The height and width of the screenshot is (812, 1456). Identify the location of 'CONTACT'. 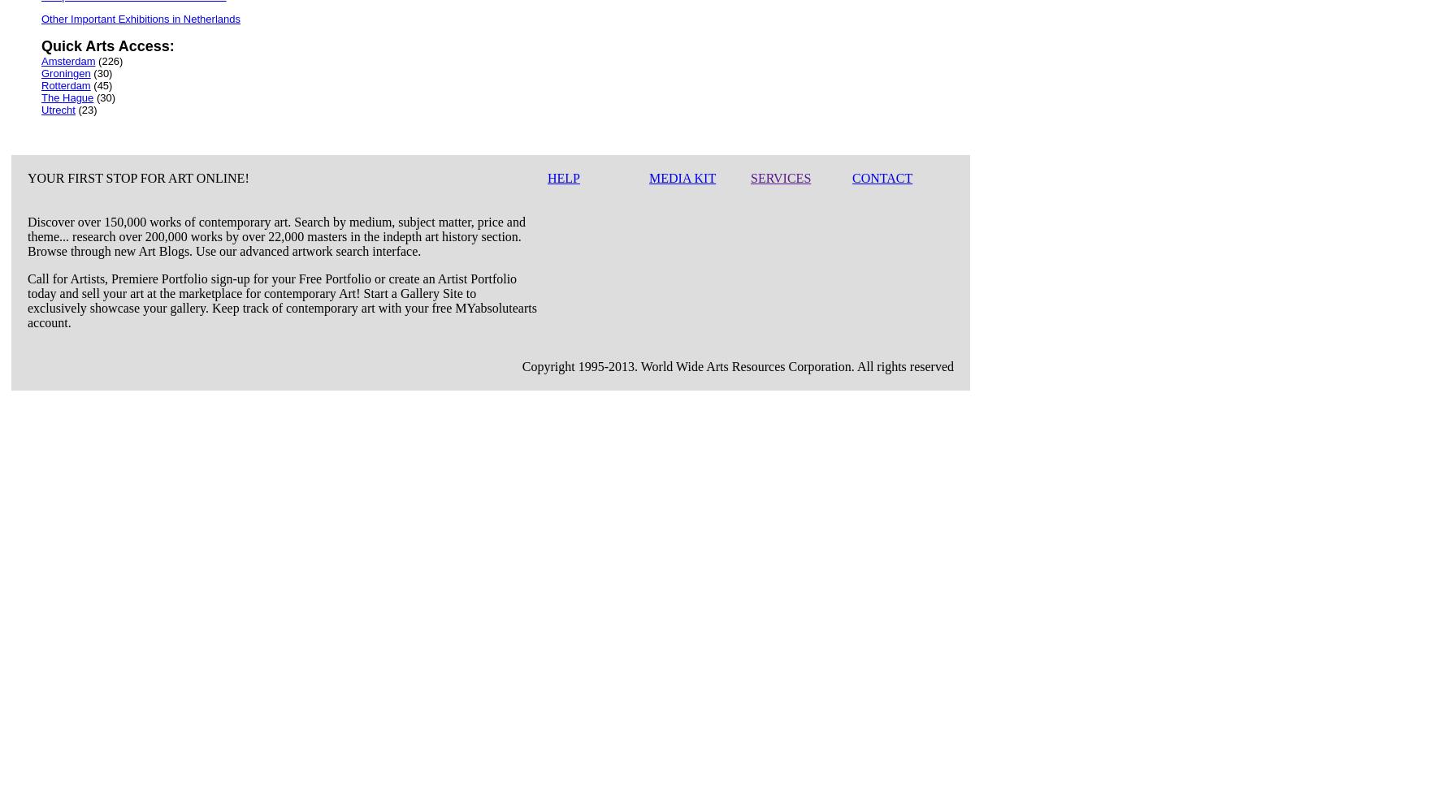
(852, 177).